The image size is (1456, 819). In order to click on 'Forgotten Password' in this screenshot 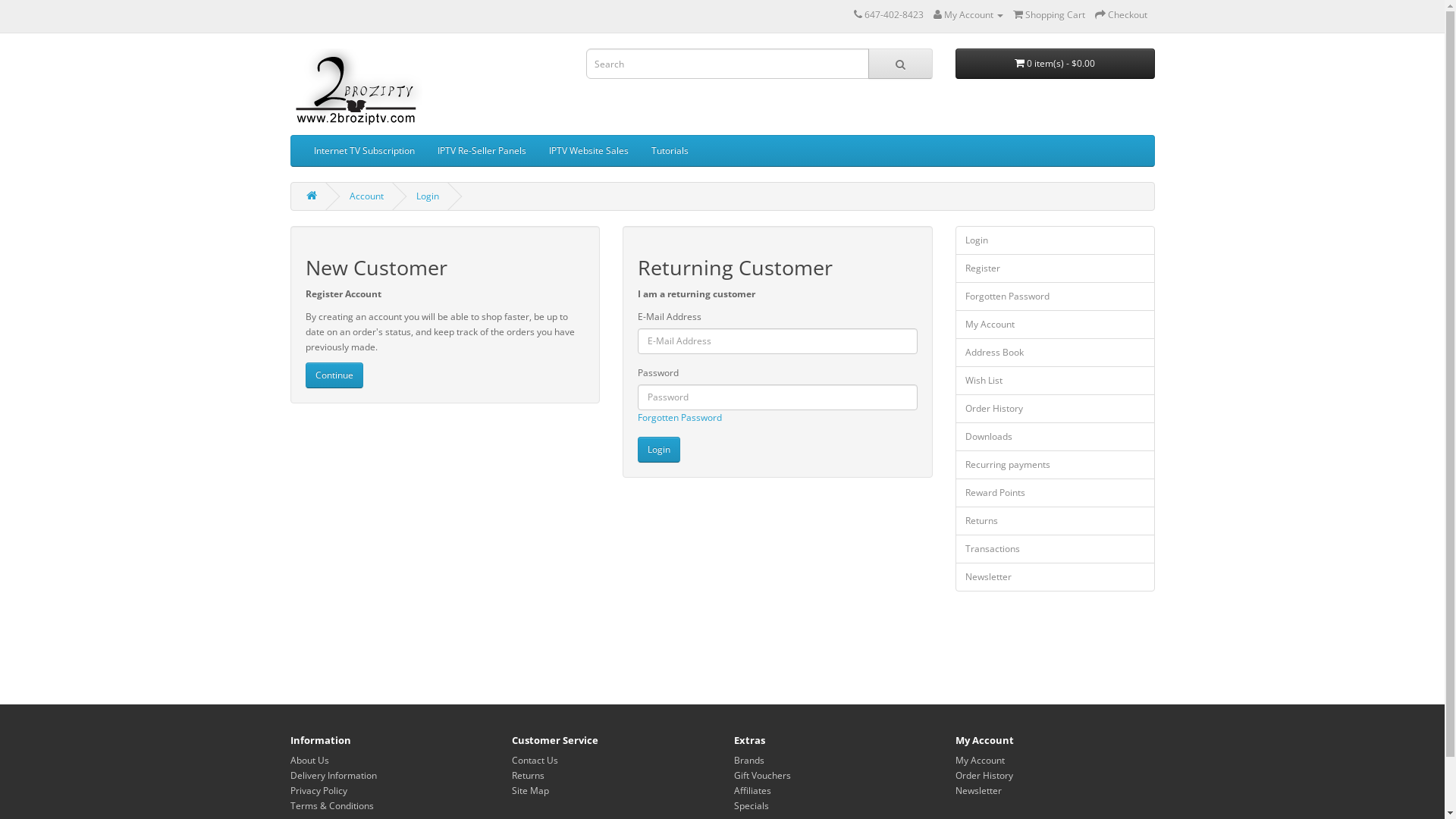, I will do `click(1054, 296)`.